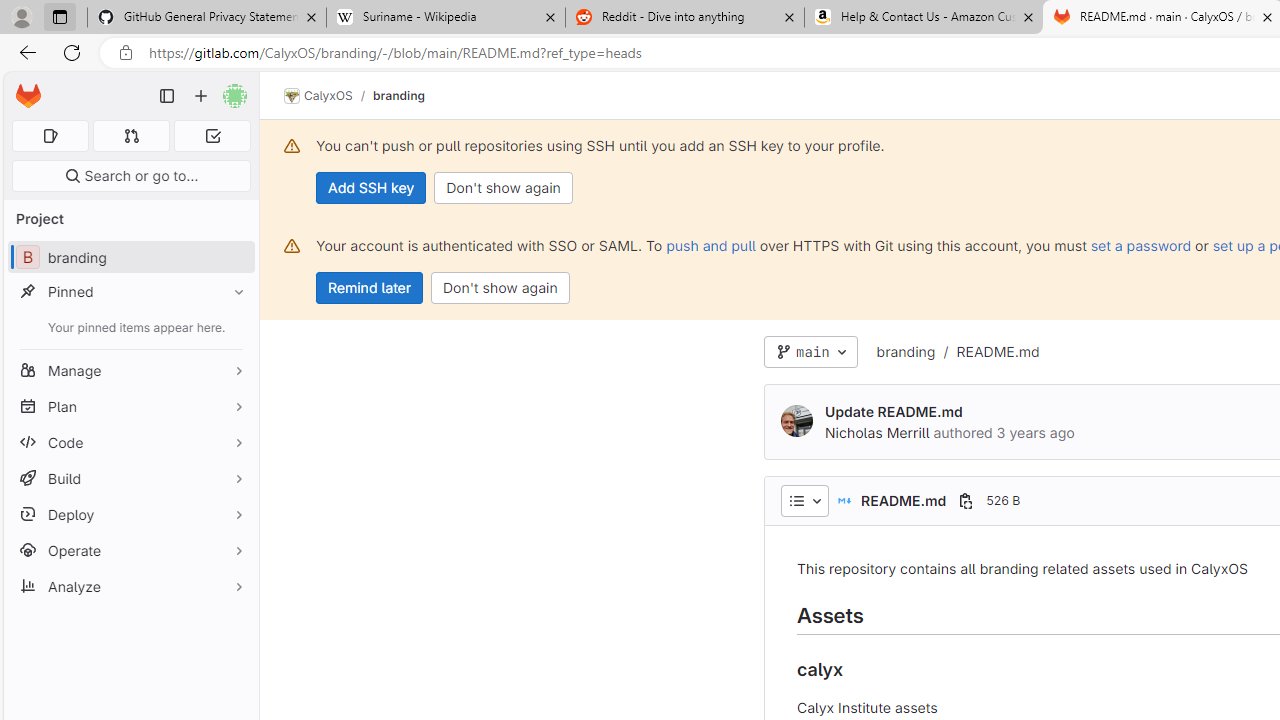 The width and height of the screenshot is (1280, 720). I want to click on 'set a password', so click(1141, 244).